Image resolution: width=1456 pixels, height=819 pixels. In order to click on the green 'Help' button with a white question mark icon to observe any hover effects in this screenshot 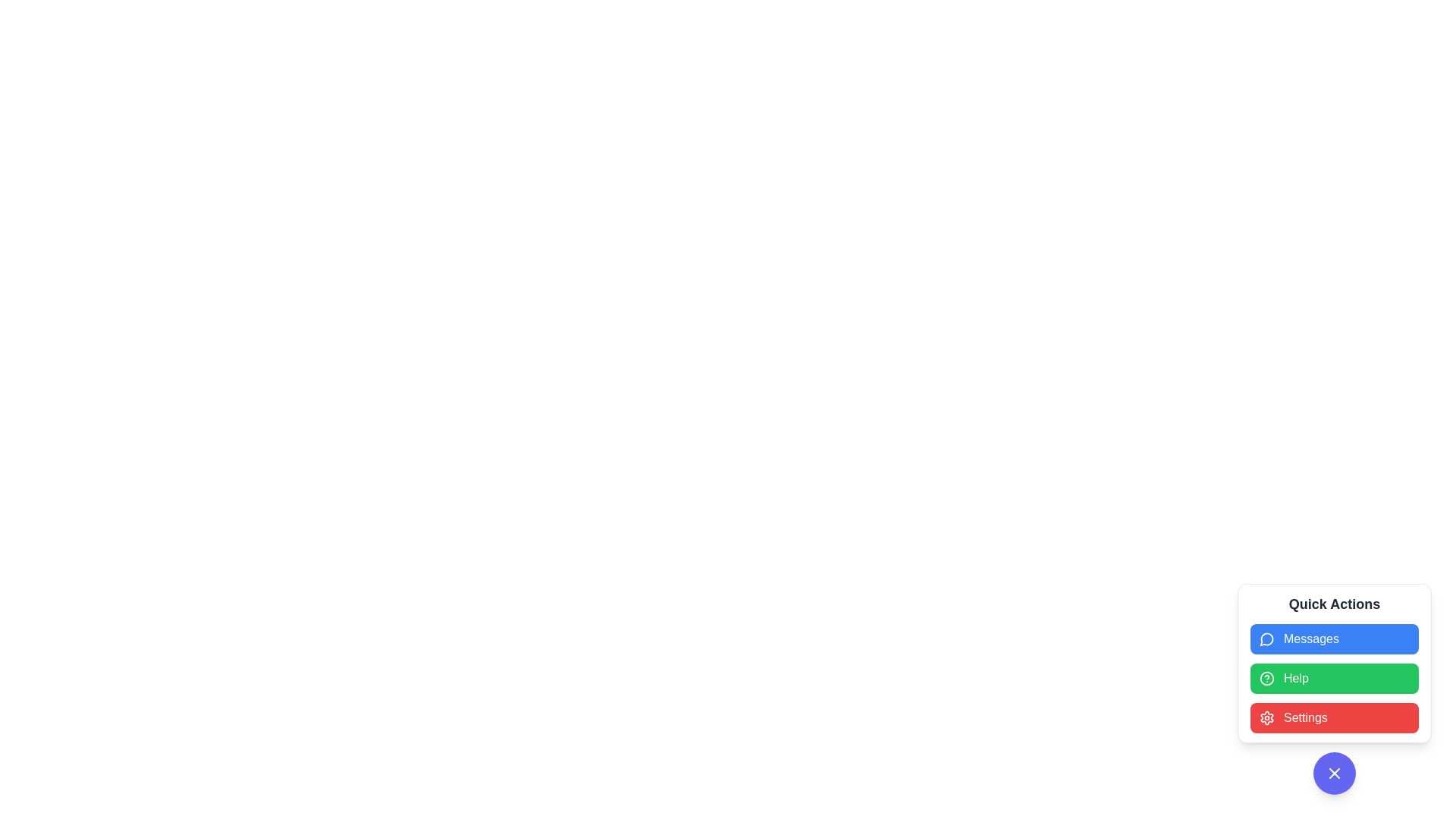, I will do `click(1335, 663)`.